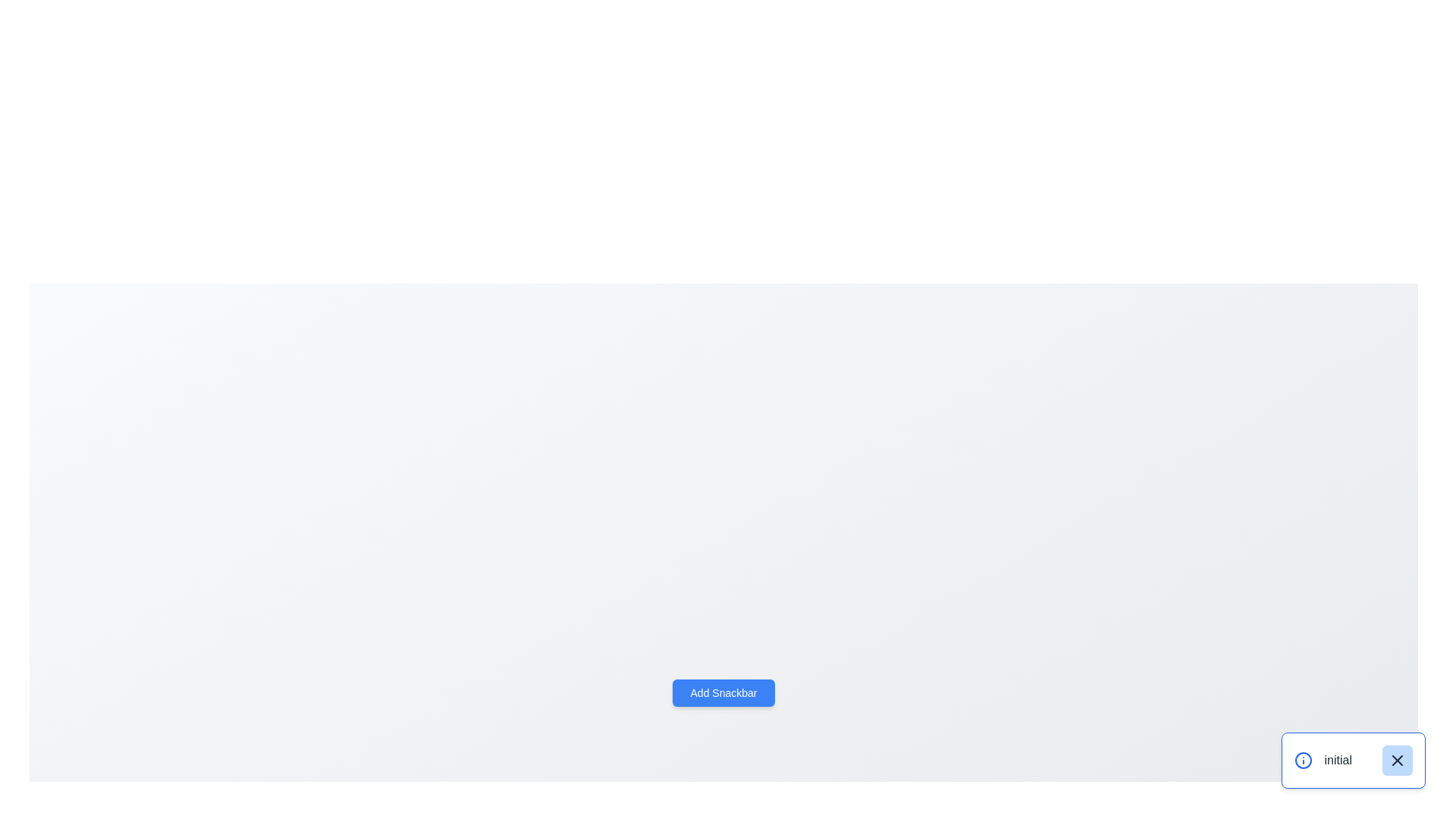 This screenshot has width=1456, height=819. What do you see at coordinates (723, 693) in the screenshot?
I see `the blue rectangular button labeled 'Add Snackbar' with bold white text` at bounding box center [723, 693].